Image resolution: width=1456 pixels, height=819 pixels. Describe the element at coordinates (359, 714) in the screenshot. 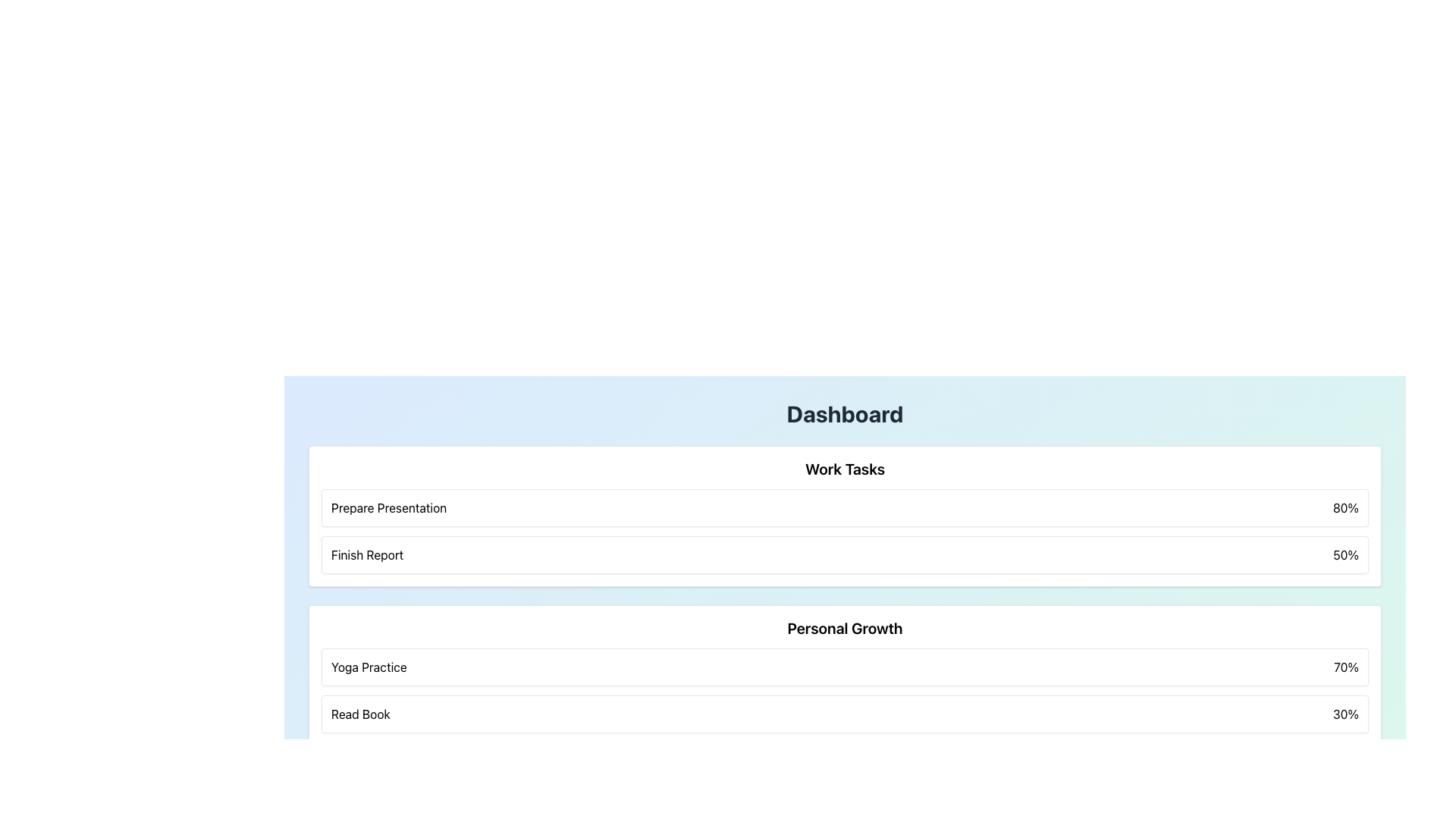

I see `the text label reading 'Read Book' which is aligned to the left side of a bordered and shadowed rectangular block in the 'Personal Growth' section` at that location.